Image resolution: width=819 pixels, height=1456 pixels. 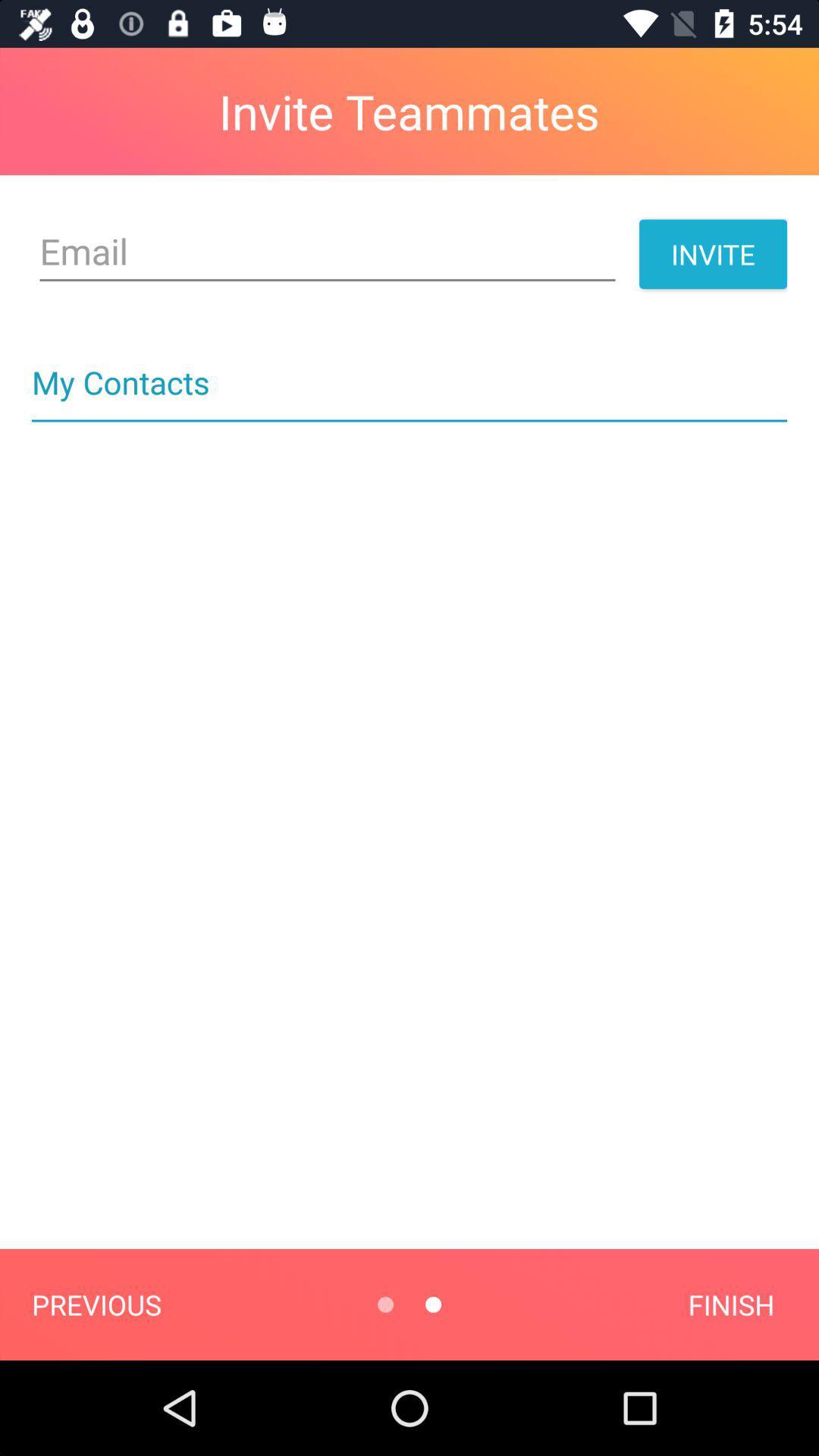 I want to click on previous icon, so click(x=96, y=1304).